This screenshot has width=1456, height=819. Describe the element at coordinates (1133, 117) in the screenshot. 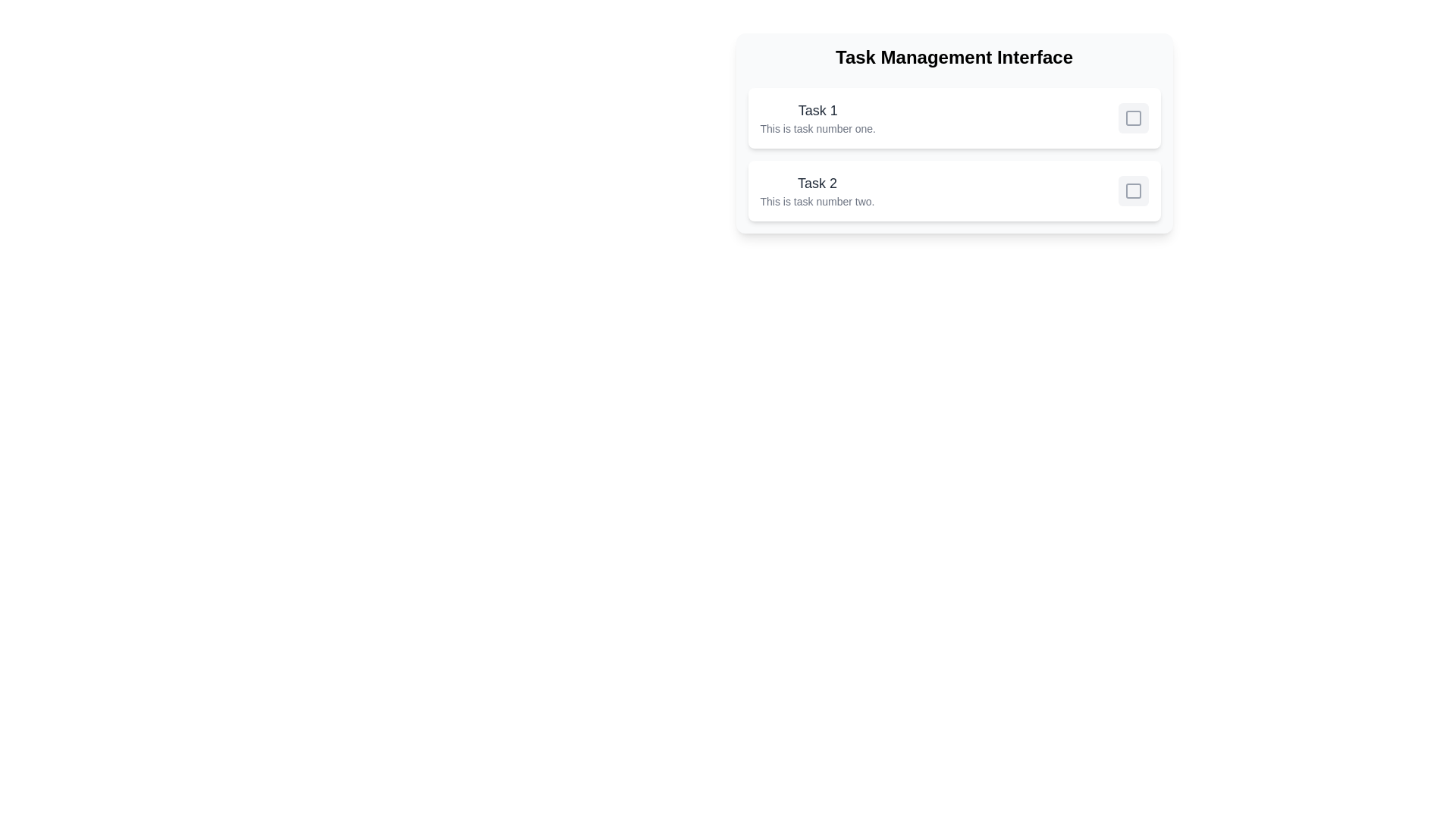

I see `the checkbox icon element located on the right side of the first task item to trigger a tooltip or visual effect` at that location.